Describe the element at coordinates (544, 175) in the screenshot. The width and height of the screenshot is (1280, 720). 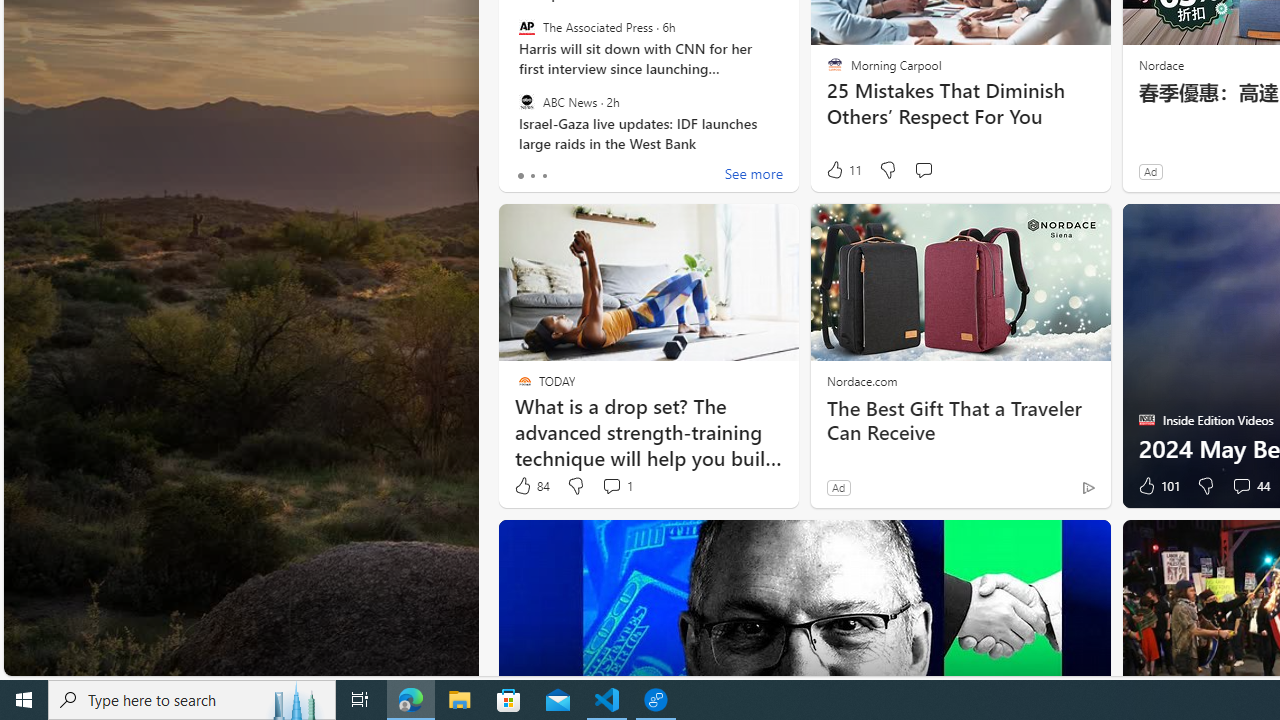
I see `'tab-2'` at that location.